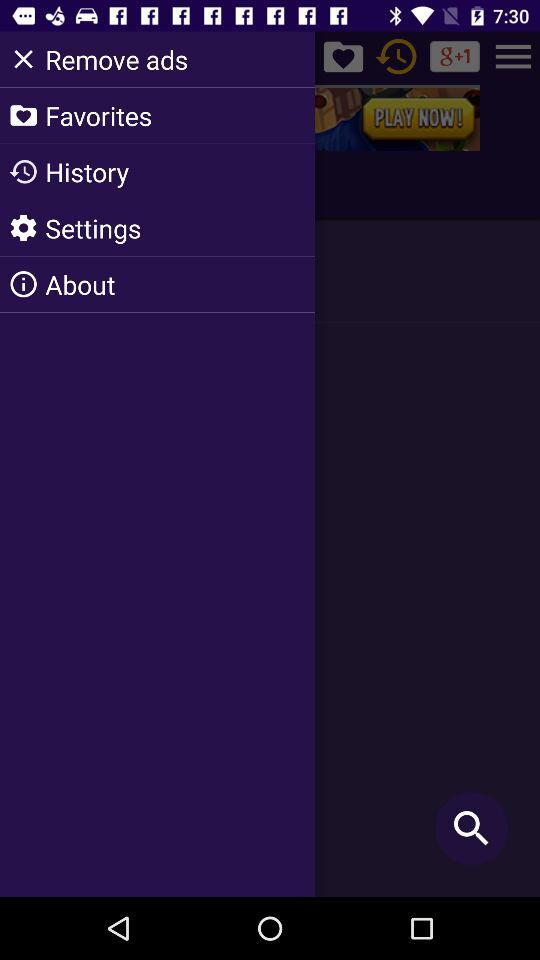 The width and height of the screenshot is (540, 960). Describe the element at coordinates (513, 55) in the screenshot. I see `the menu icon` at that location.